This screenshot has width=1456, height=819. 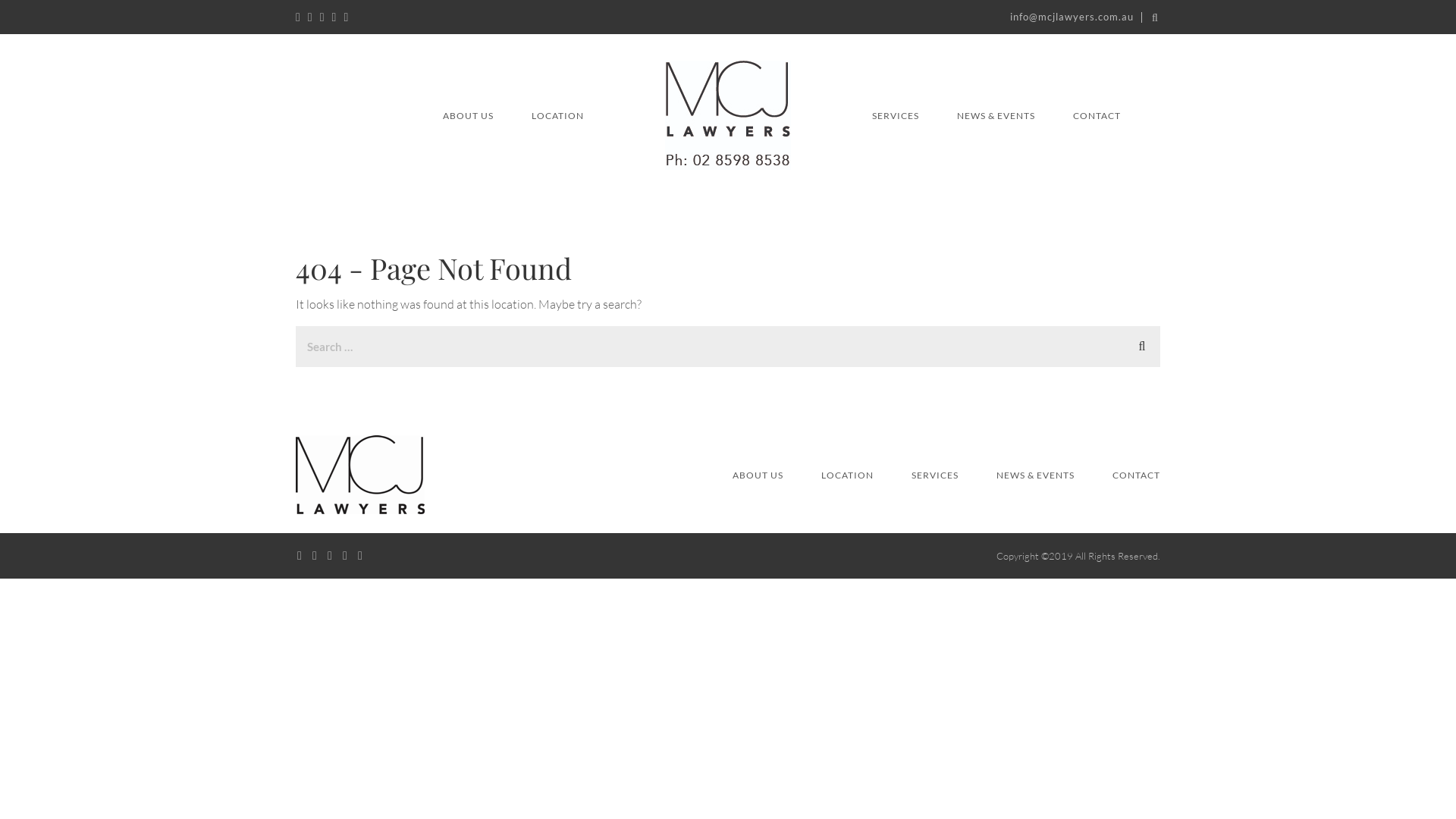 I want to click on 'ABOUT US', so click(x=758, y=475).